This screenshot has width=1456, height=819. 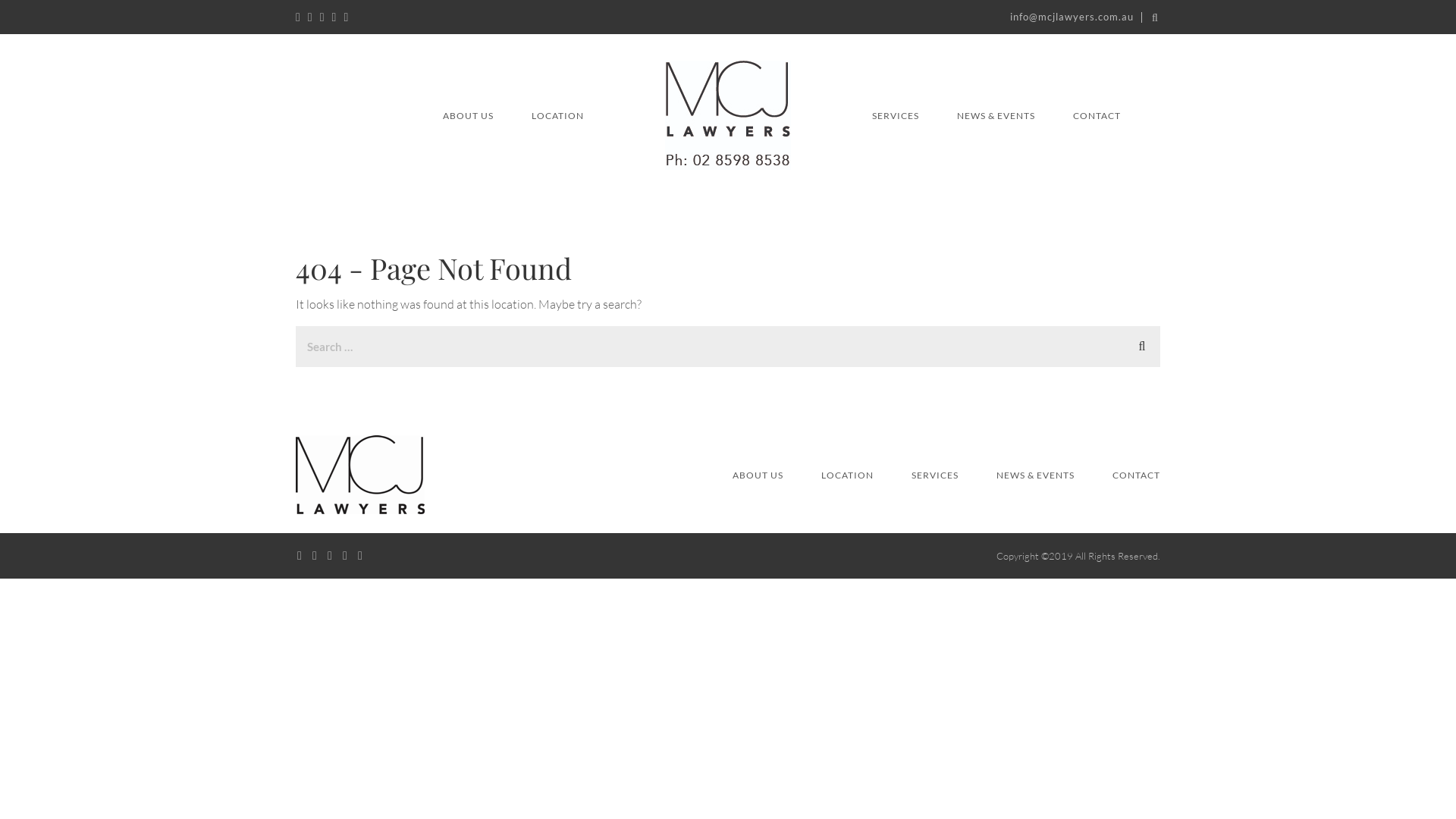 I want to click on 'ABOUT US', so click(x=758, y=475).